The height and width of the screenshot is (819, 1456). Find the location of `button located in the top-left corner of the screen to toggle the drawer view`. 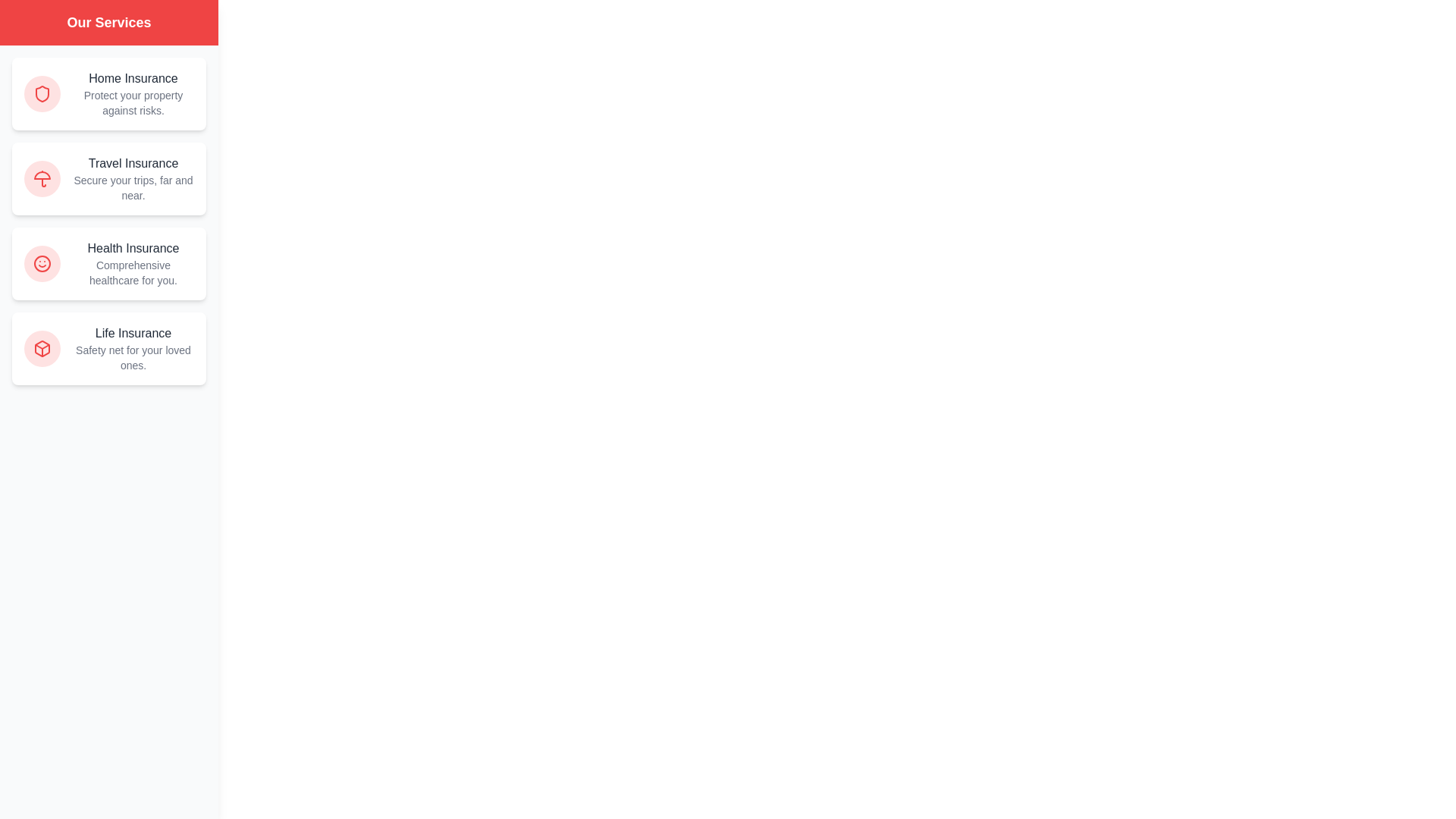

button located in the top-left corner of the screen to toggle the drawer view is located at coordinates (30, 30).